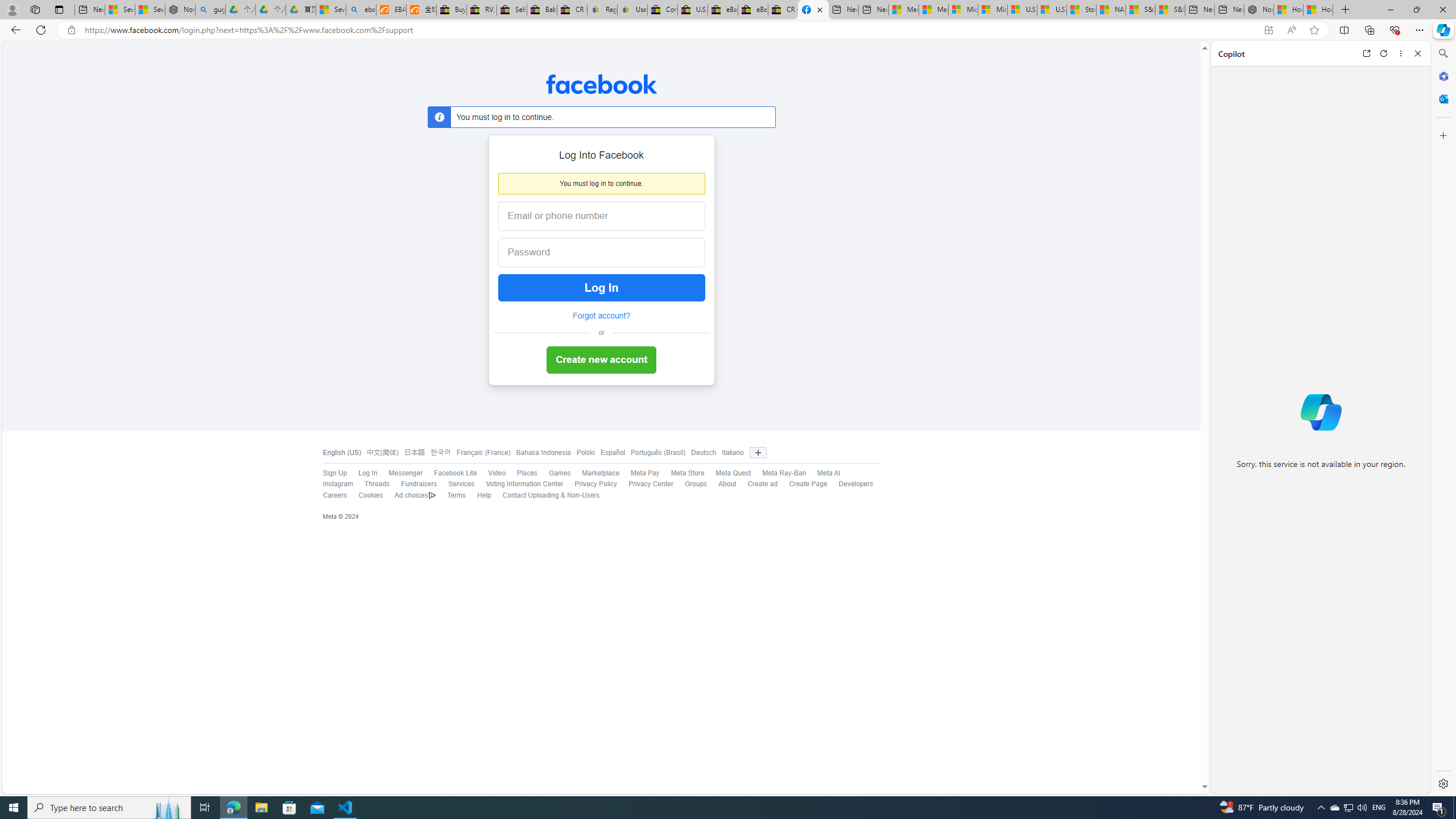  What do you see at coordinates (456, 494) in the screenshot?
I see `'Terms'` at bounding box center [456, 494].